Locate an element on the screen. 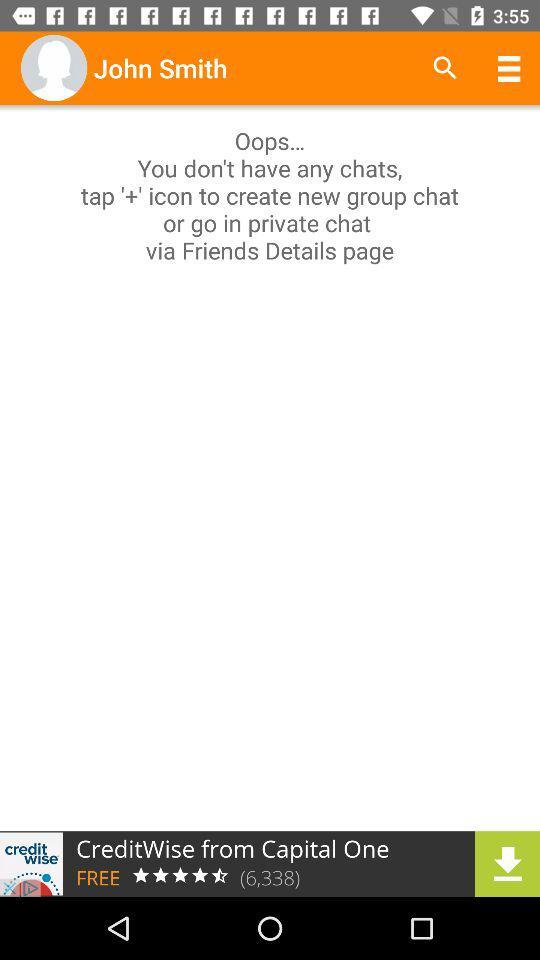 The height and width of the screenshot is (960, 540). advertisement from outside source is located at coordinates (270, 863).